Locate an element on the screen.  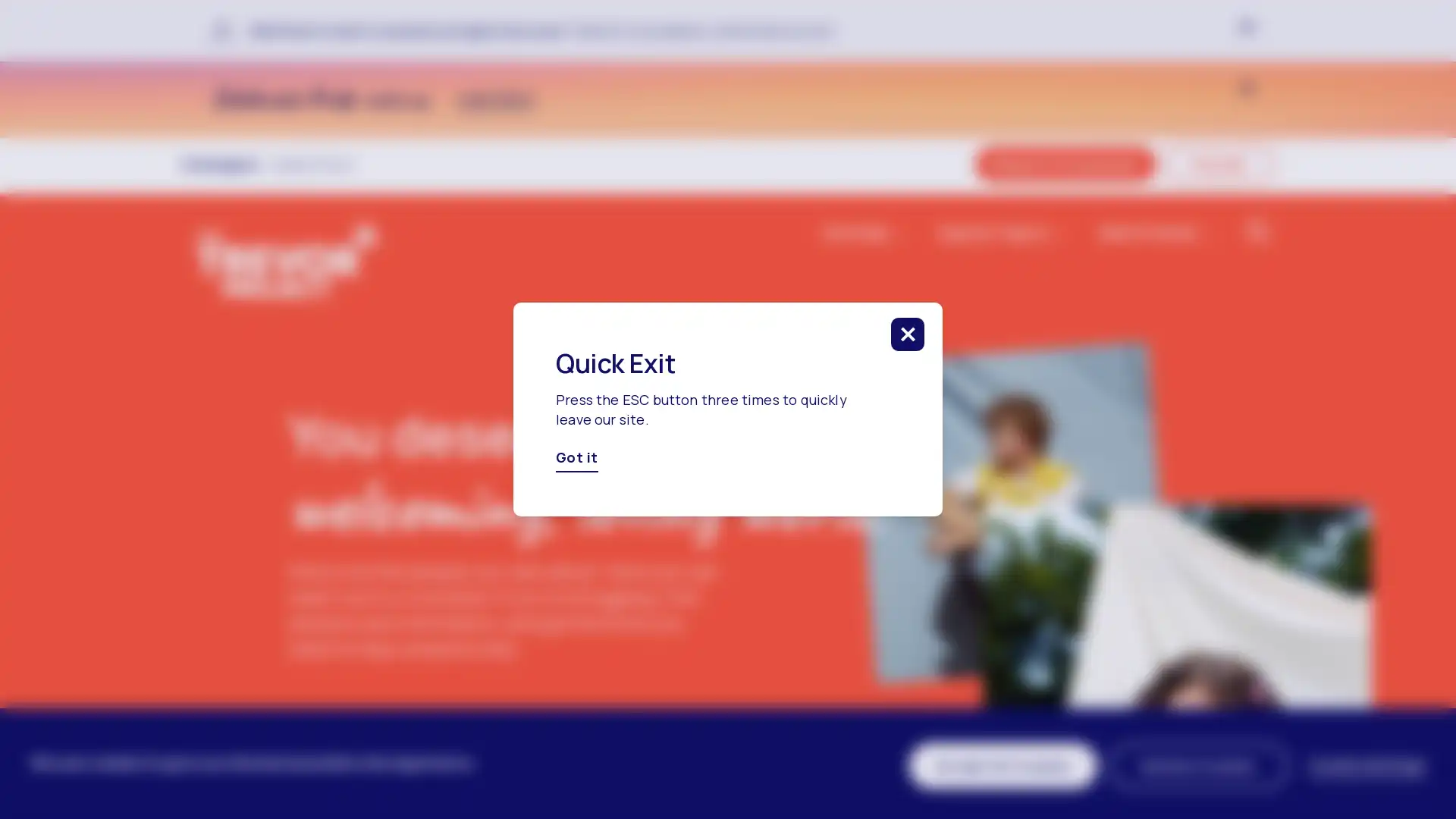
Cookie Settings is located at coordinates (1367, 766).